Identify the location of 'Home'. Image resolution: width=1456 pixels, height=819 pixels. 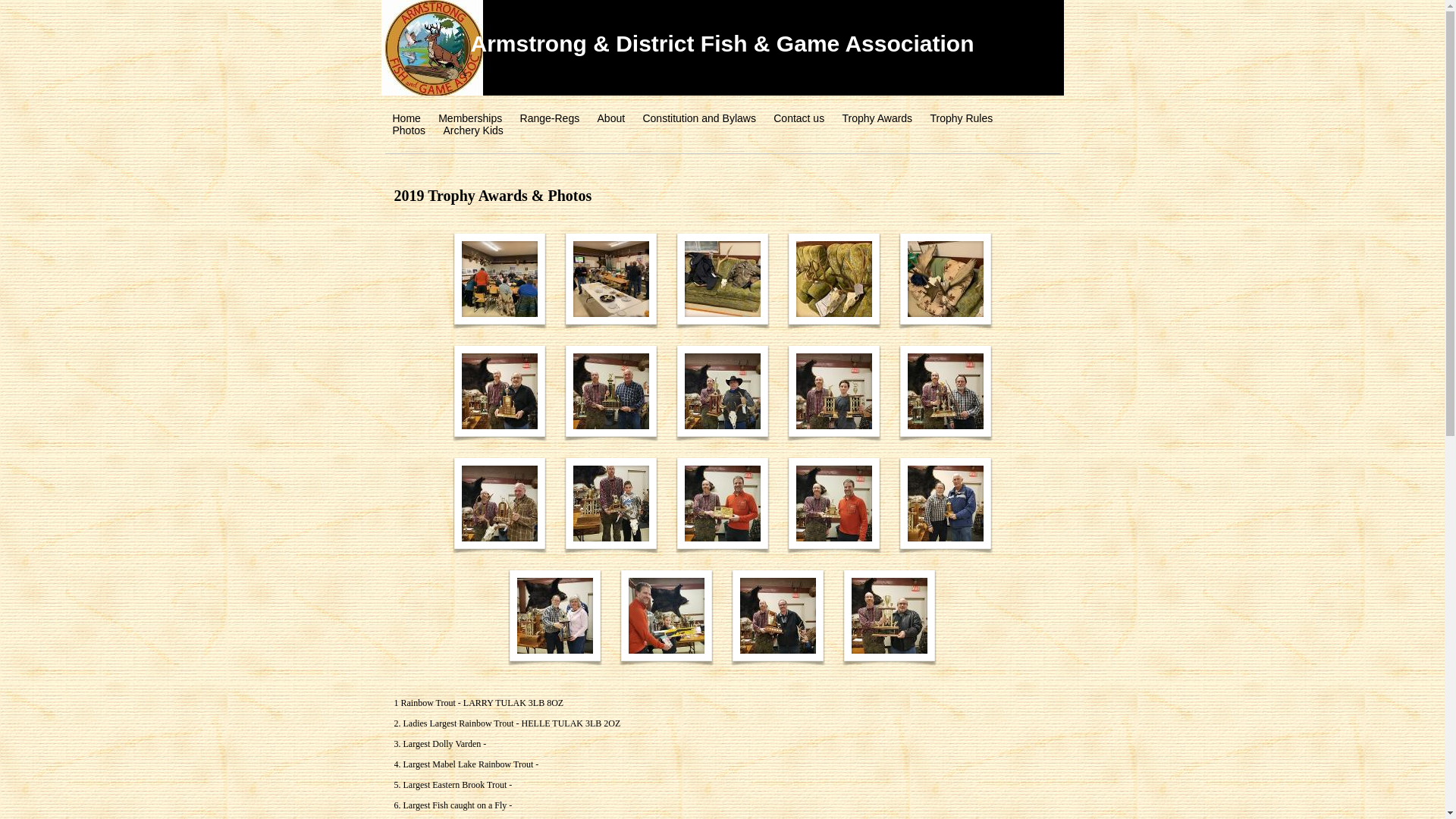
(406, 117).